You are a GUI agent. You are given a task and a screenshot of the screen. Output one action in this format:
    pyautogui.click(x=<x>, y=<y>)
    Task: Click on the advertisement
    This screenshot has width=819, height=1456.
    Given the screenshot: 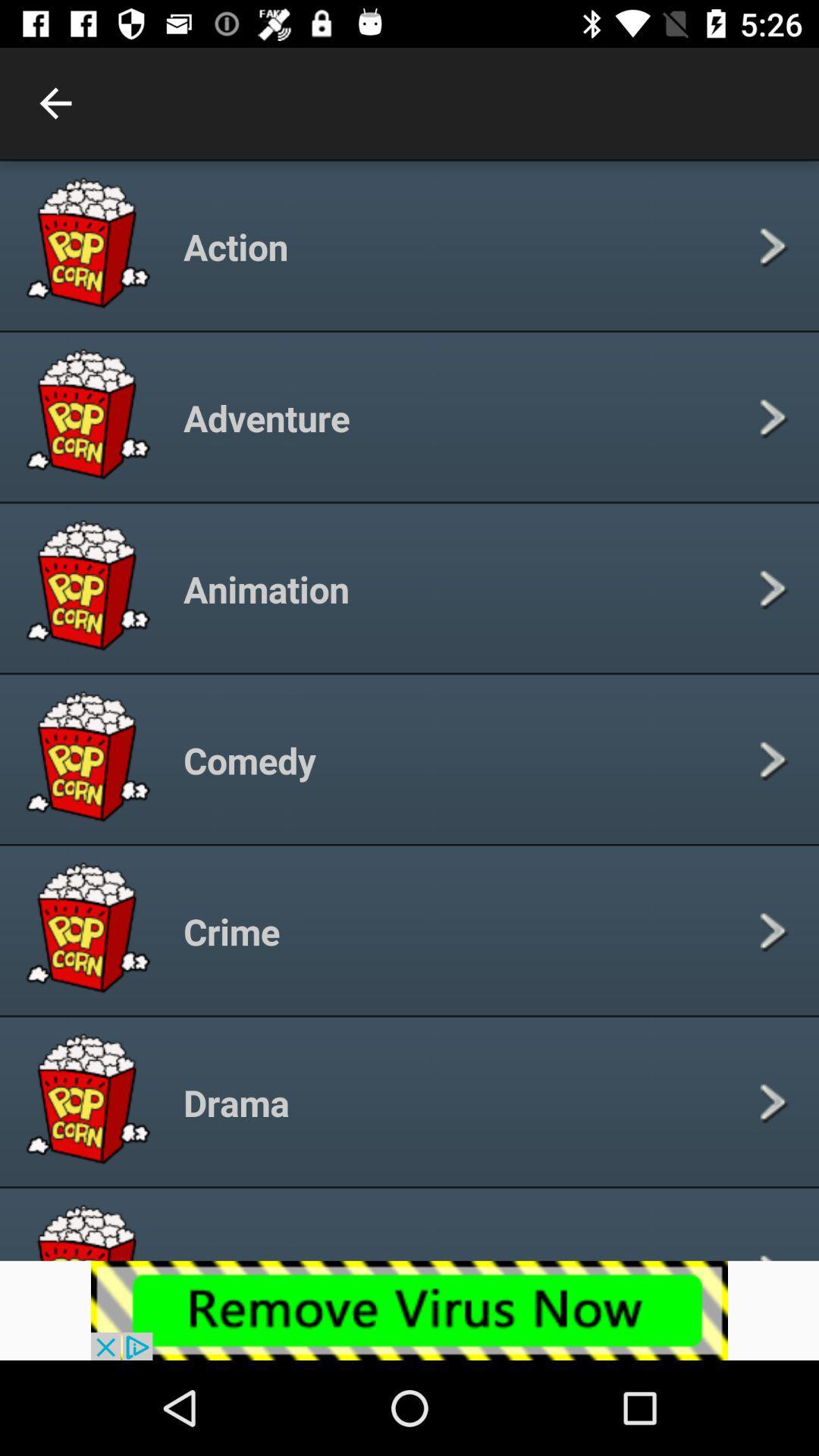 What is the action you would take?
    pyautogui.click(x=409, y=1310)
    